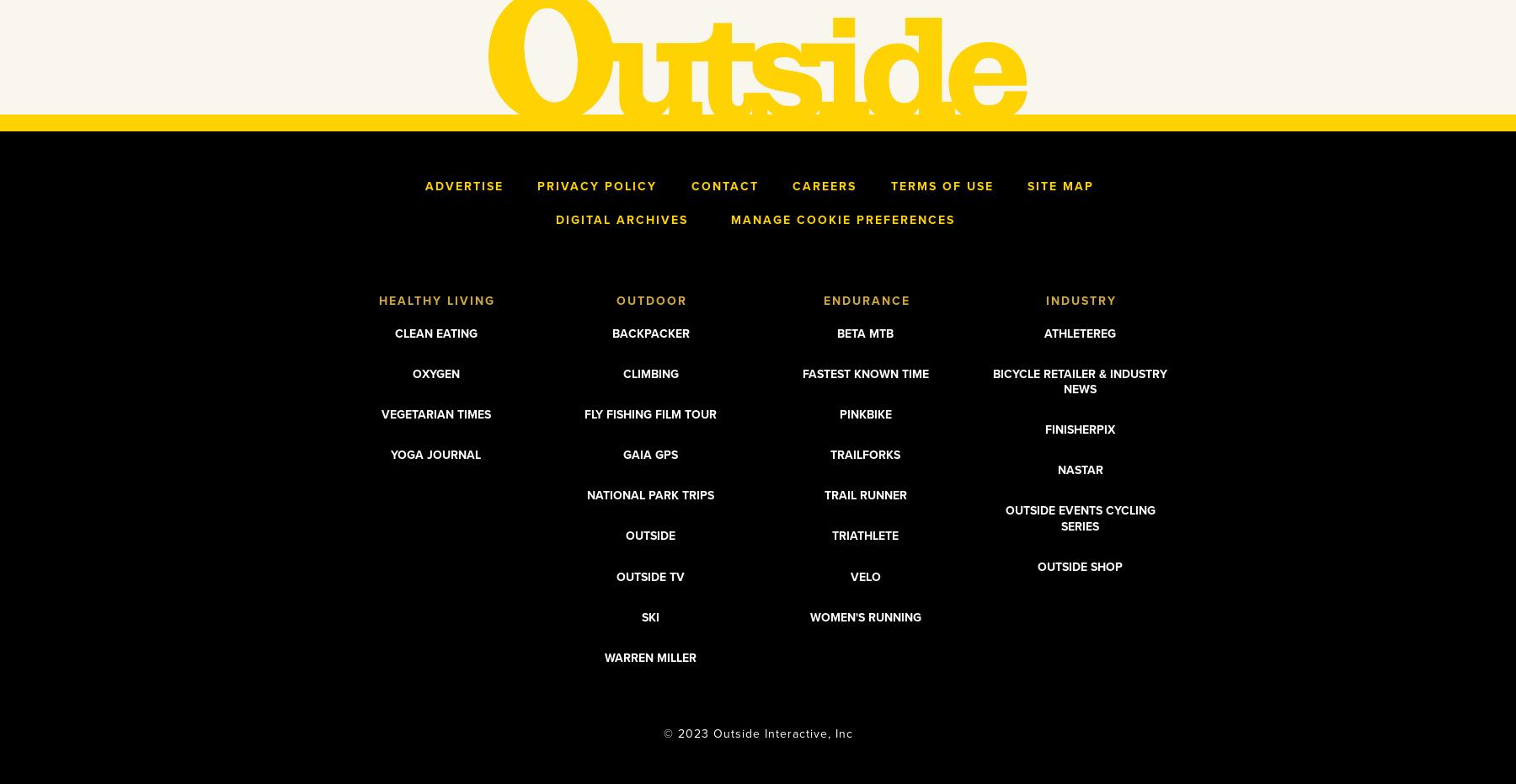  What do you see at coordinates (1079, 469) in the screenshot?
I see `'Nastar'` at bounding box center [1079, 469].